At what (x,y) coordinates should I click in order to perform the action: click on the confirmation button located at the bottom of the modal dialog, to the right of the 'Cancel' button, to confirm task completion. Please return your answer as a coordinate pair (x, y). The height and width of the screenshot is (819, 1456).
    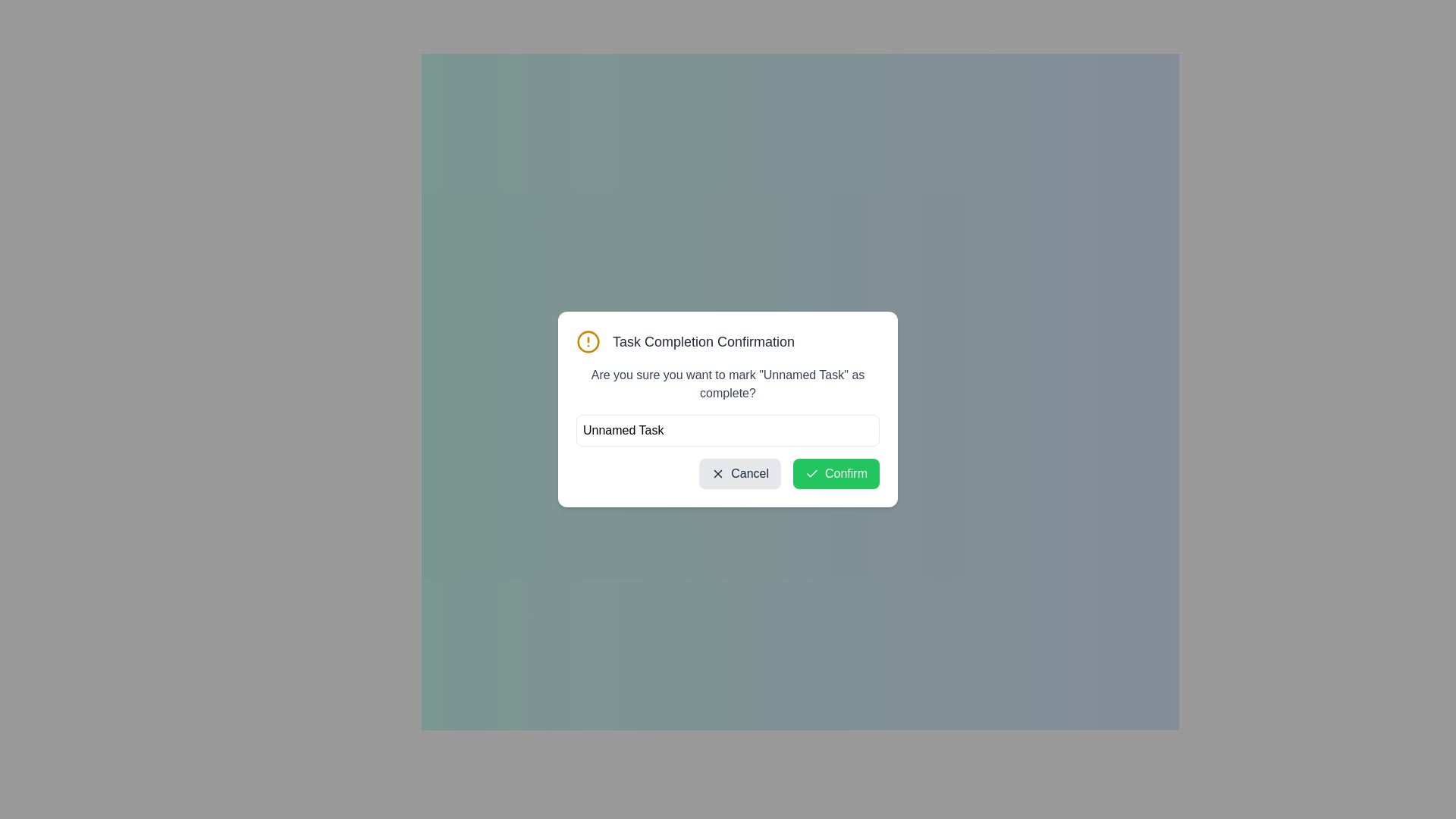
    Looking at the image, I should click on (799, 462).